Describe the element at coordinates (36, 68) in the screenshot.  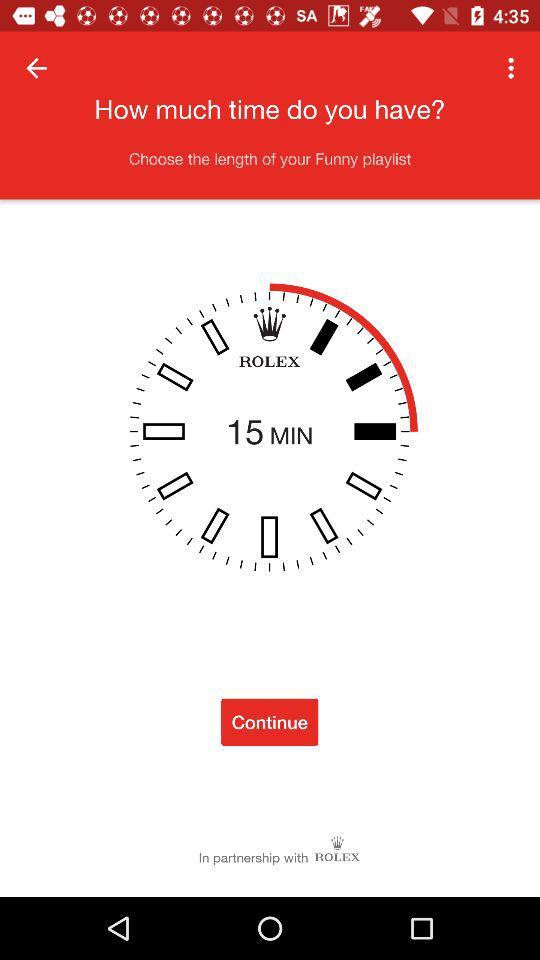
I see `item at the top left corner` at that location.